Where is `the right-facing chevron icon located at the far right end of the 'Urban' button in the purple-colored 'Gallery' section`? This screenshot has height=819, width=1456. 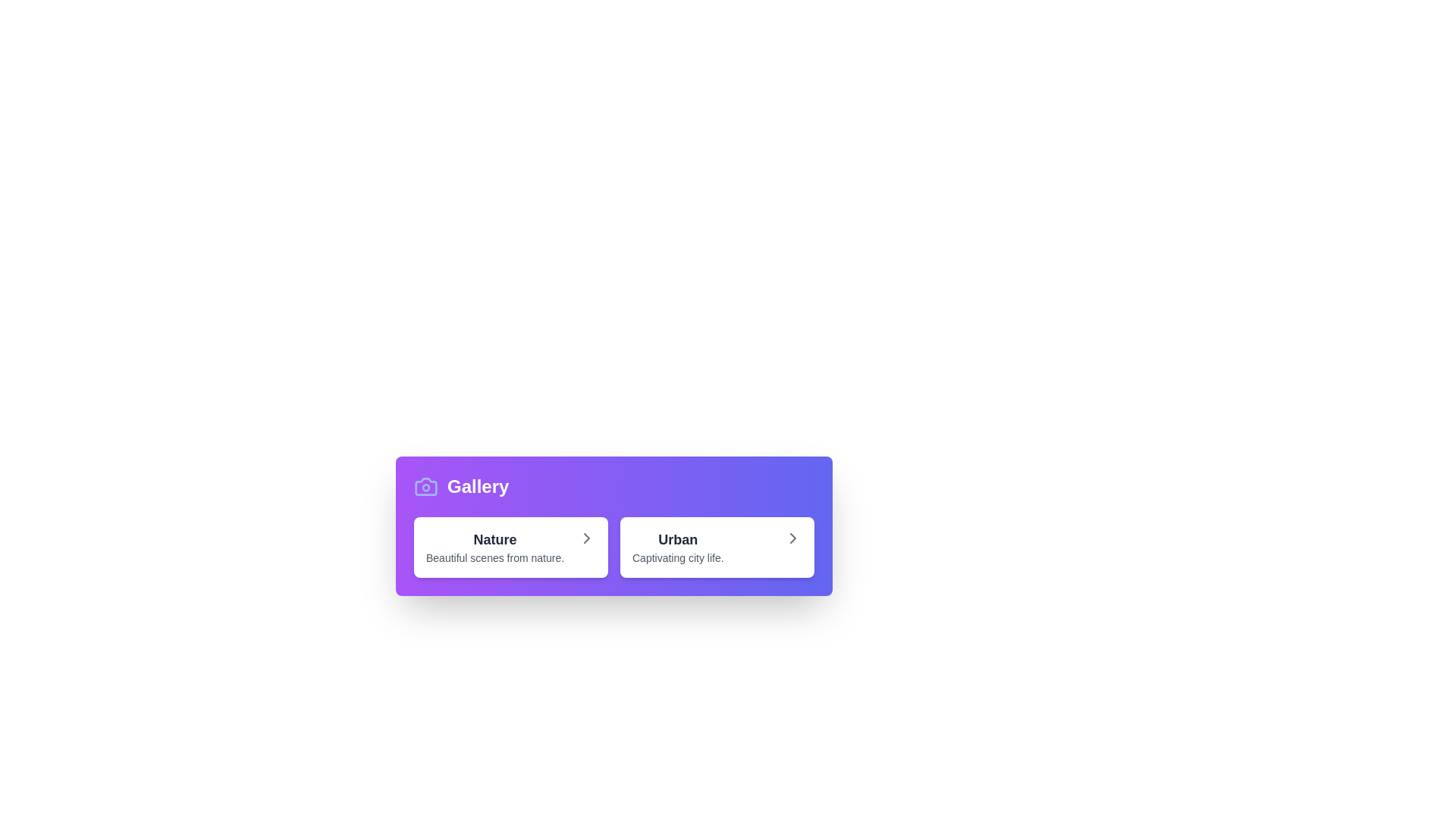
the right-facing chevron icon located at the far right end of the 'Urban' button in the purple-colored 'Gallery' section is located at coordinates (792, 537).